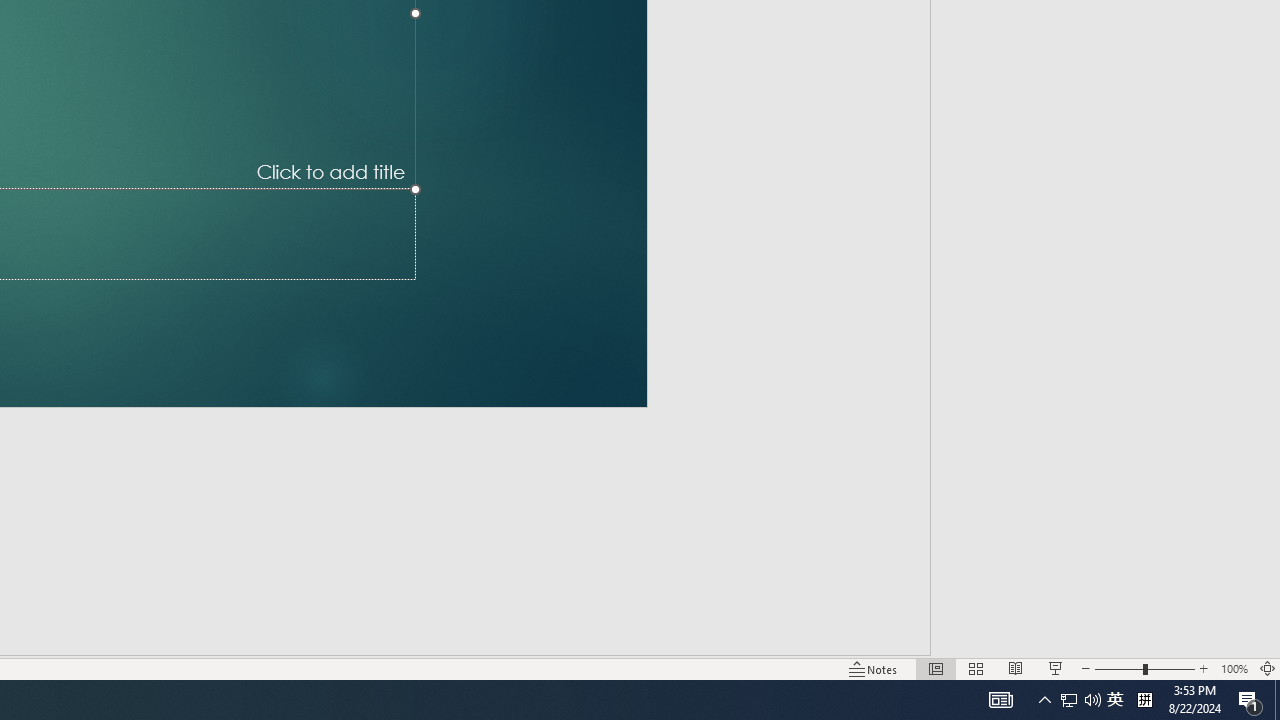 This screenshot has height=720, width=1280. Describe the element at coordinates (935, 669) in the screenshot. I see `'Normal'` at that location.